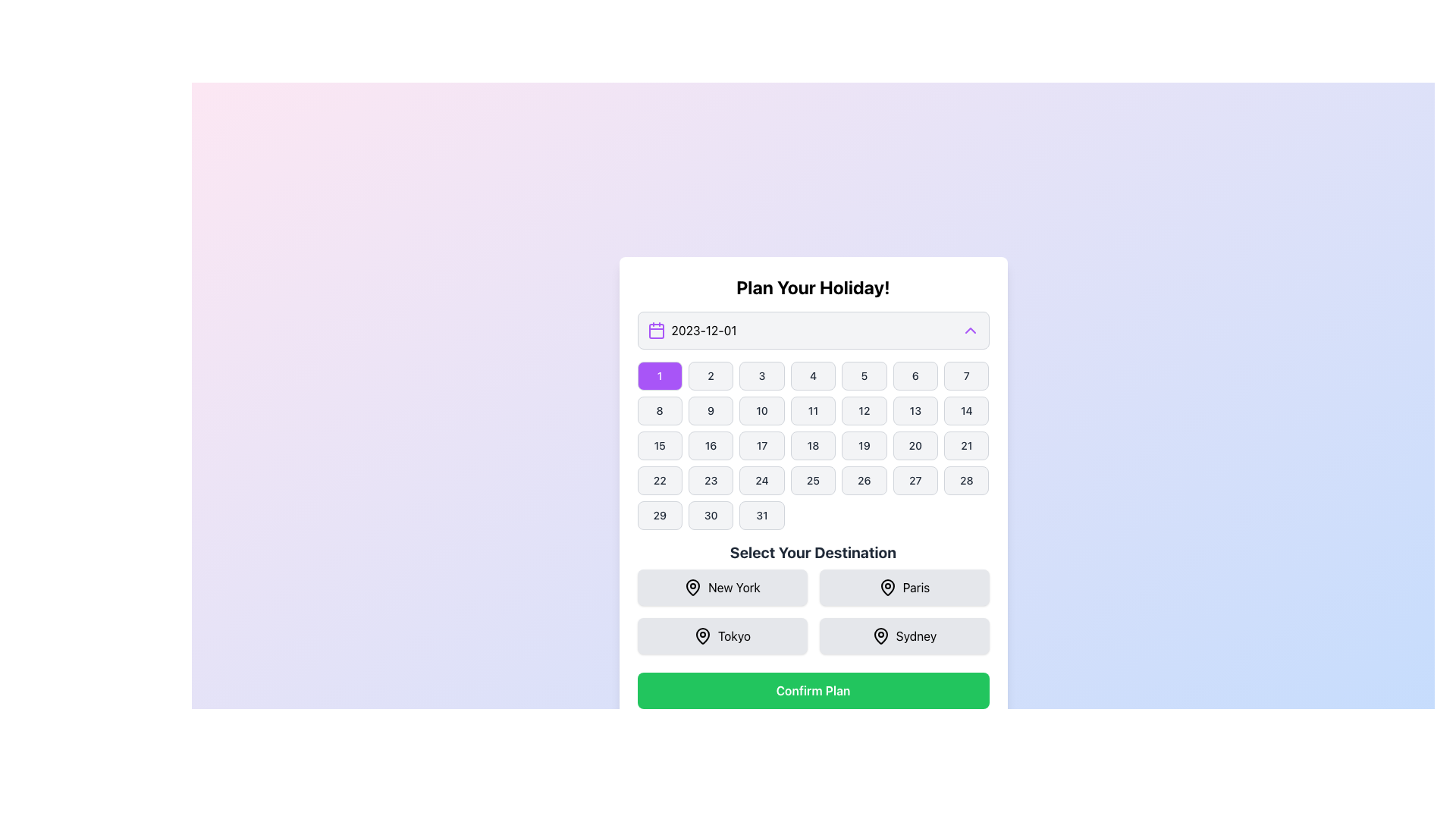 Image resolution: width=1456 pixels, height=819 pixels. What do you see at coordinates (864, 444) in the screenshot?
I see `the interactive calendar day button displaying '19' to highlight its state` at bounding box center [864, 444].